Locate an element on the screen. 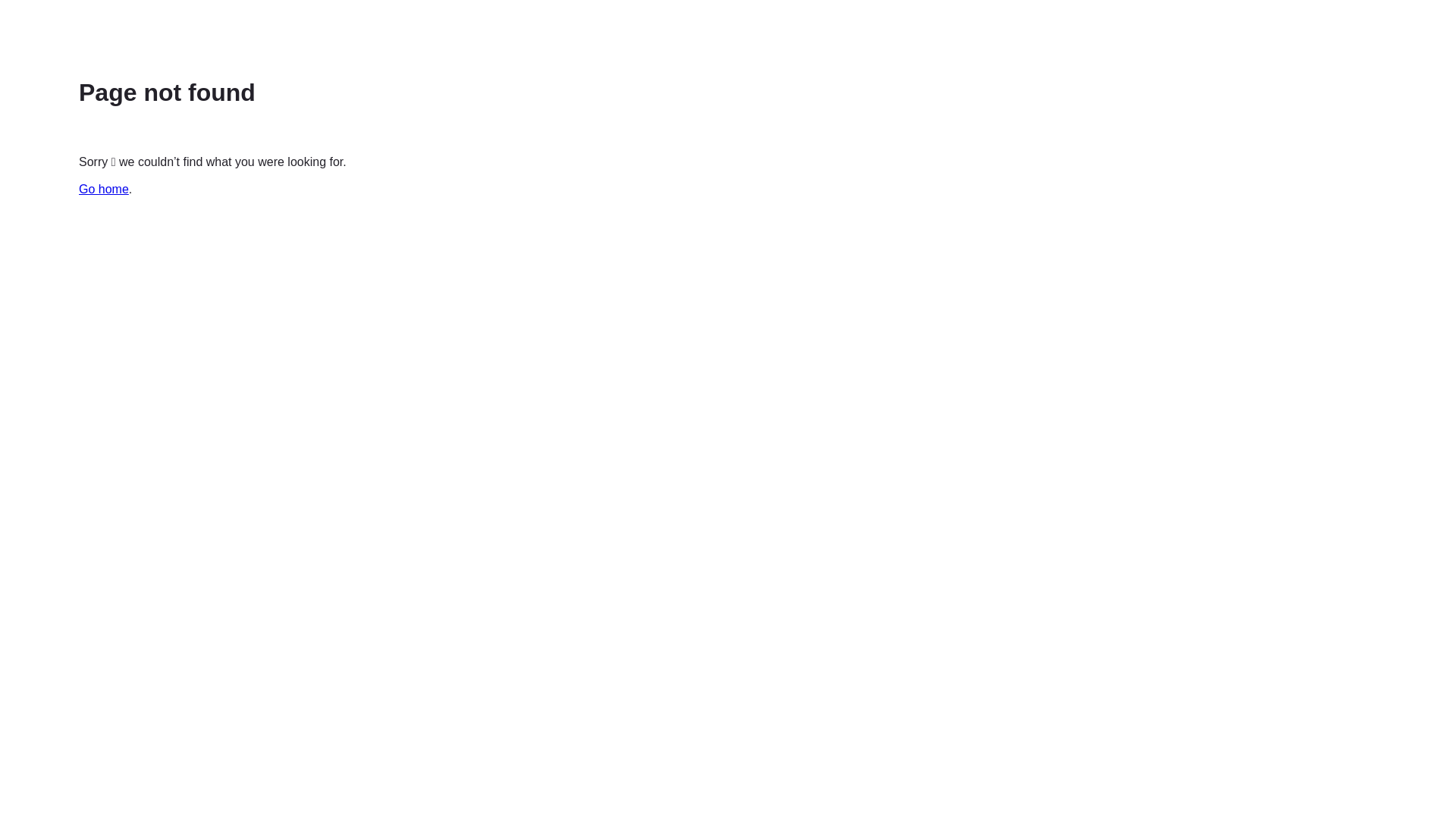 Image resolution: width=1456 pixels, height=819 pixels. 'Go home' is located at coordinates (78, 188).